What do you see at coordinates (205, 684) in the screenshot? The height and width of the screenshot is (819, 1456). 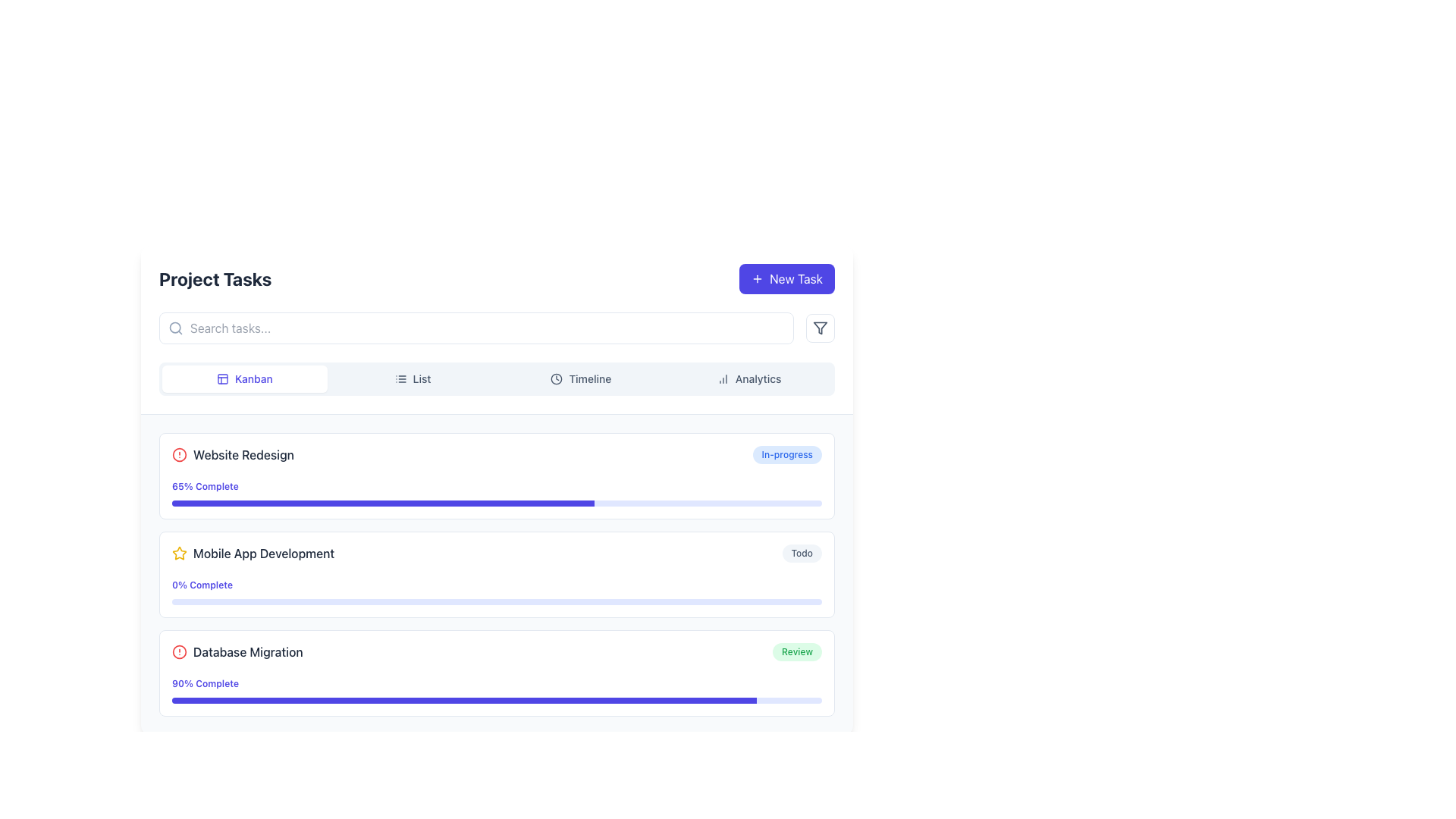 I see `the Text Label that indicates the progress percentage of the 'Database Migration' task, positioned below the heading and above the progress bar in the third task section of the 'Project Tasks' interface` at bounding box center [205, 684].